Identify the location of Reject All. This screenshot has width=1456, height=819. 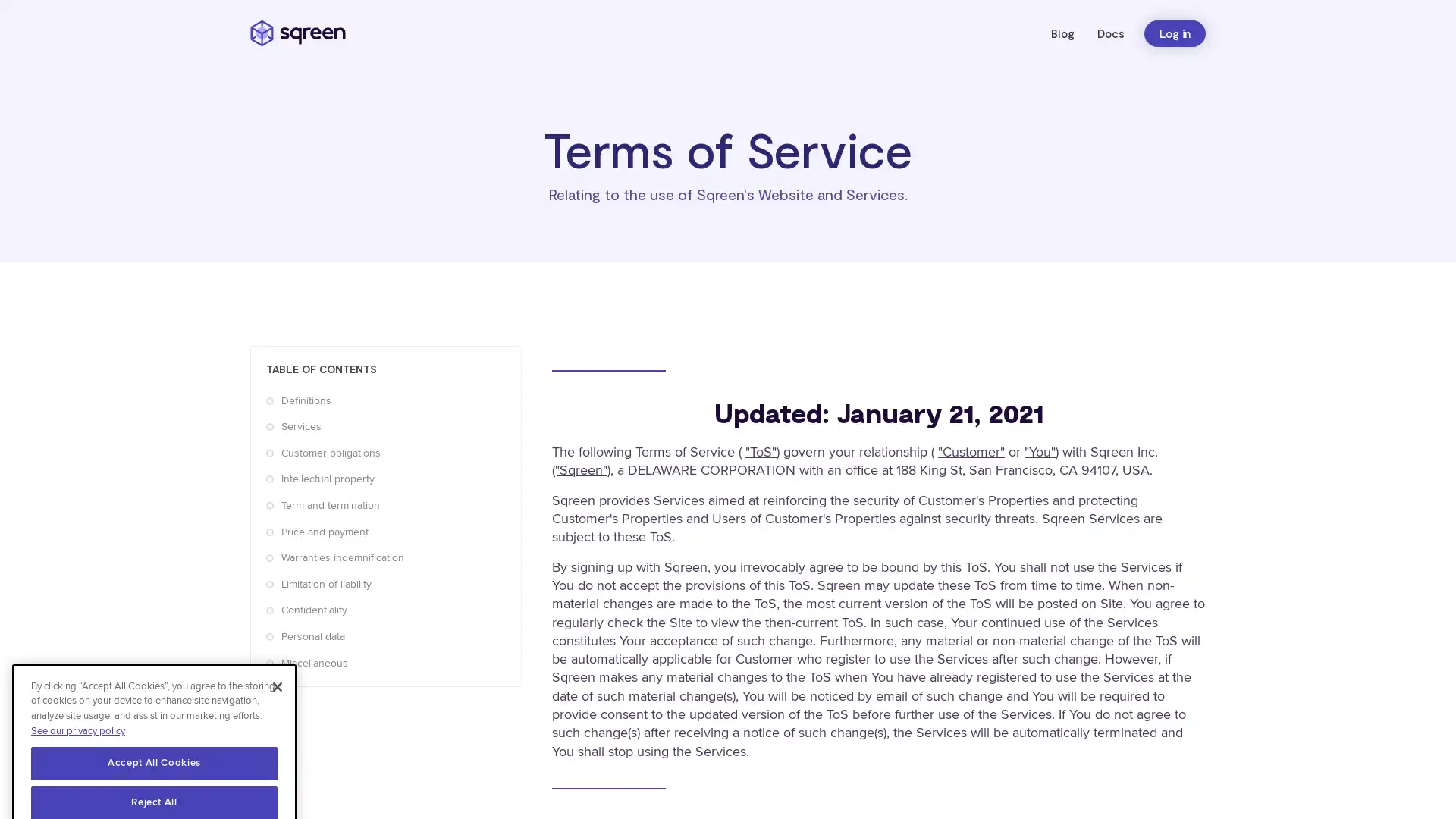
(154, 762).